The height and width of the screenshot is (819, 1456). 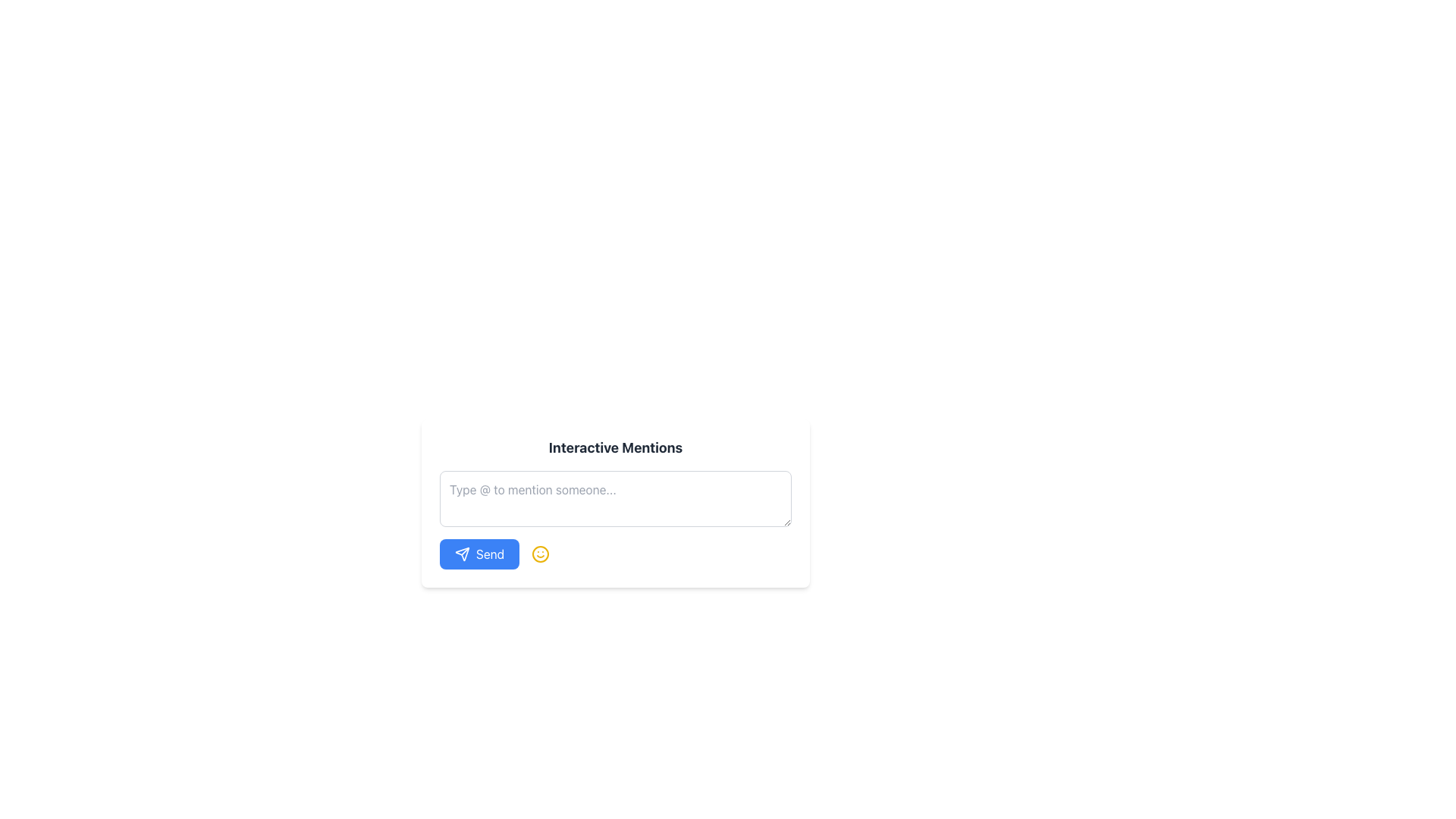 I want to click on the circular shape with a yellow outline located within the smiling face icon, positioned at the center of the yellow smiley face, so click(x=541, y=554).